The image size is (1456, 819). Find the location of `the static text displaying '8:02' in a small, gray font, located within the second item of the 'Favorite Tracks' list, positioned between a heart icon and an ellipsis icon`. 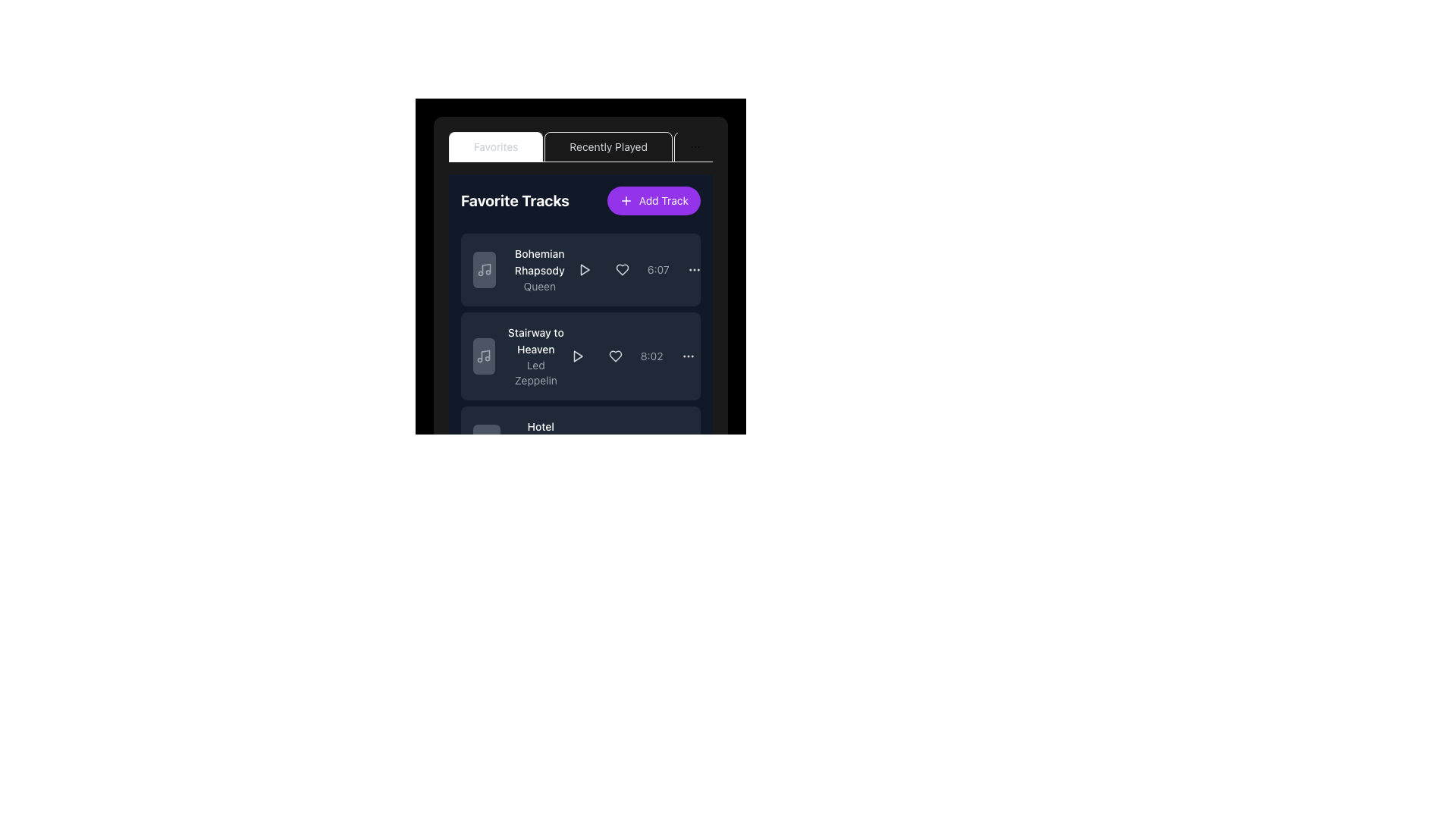

the static text displaying '8:02' in a small, gray font, located within the second item of the 'Favorite Tracks' list, positioned between a heart icon and an ellipsis icon is located at coordinates (632, 356).